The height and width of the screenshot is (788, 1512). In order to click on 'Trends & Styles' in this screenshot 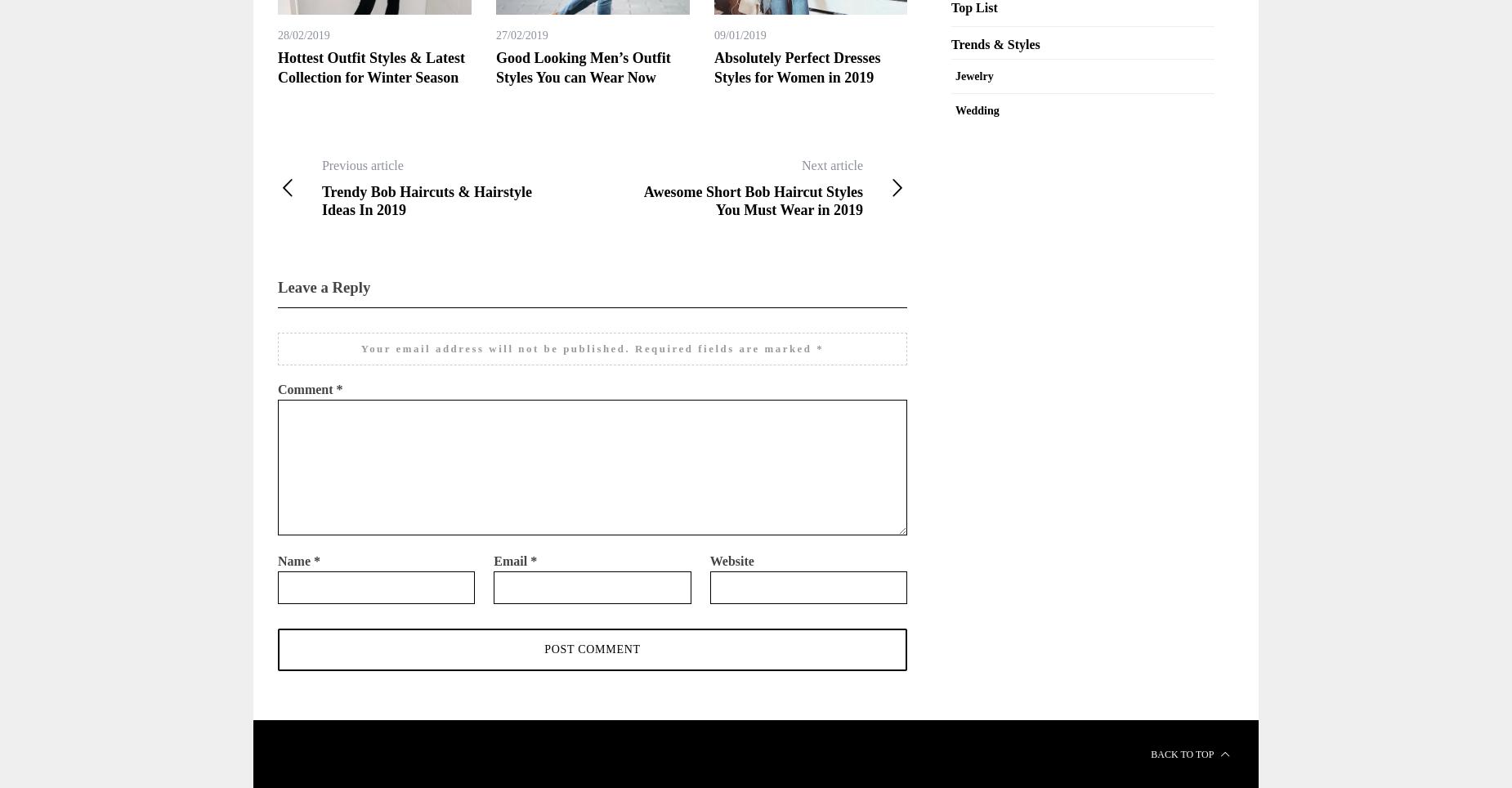, I will do `click(951, 43)`.